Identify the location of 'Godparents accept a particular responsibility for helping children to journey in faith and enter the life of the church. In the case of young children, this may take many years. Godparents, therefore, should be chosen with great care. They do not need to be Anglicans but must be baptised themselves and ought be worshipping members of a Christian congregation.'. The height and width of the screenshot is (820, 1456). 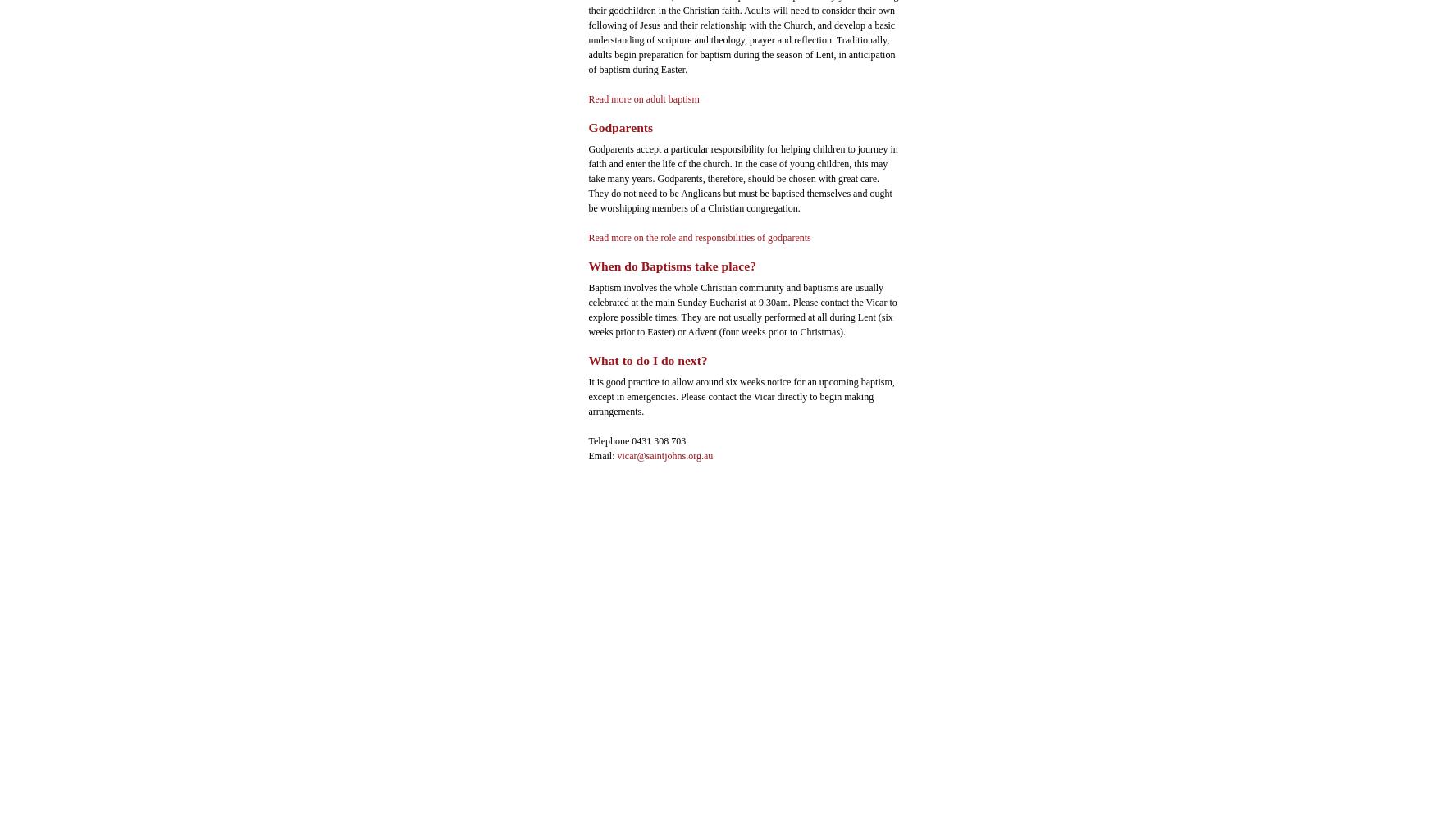
(742, 177).